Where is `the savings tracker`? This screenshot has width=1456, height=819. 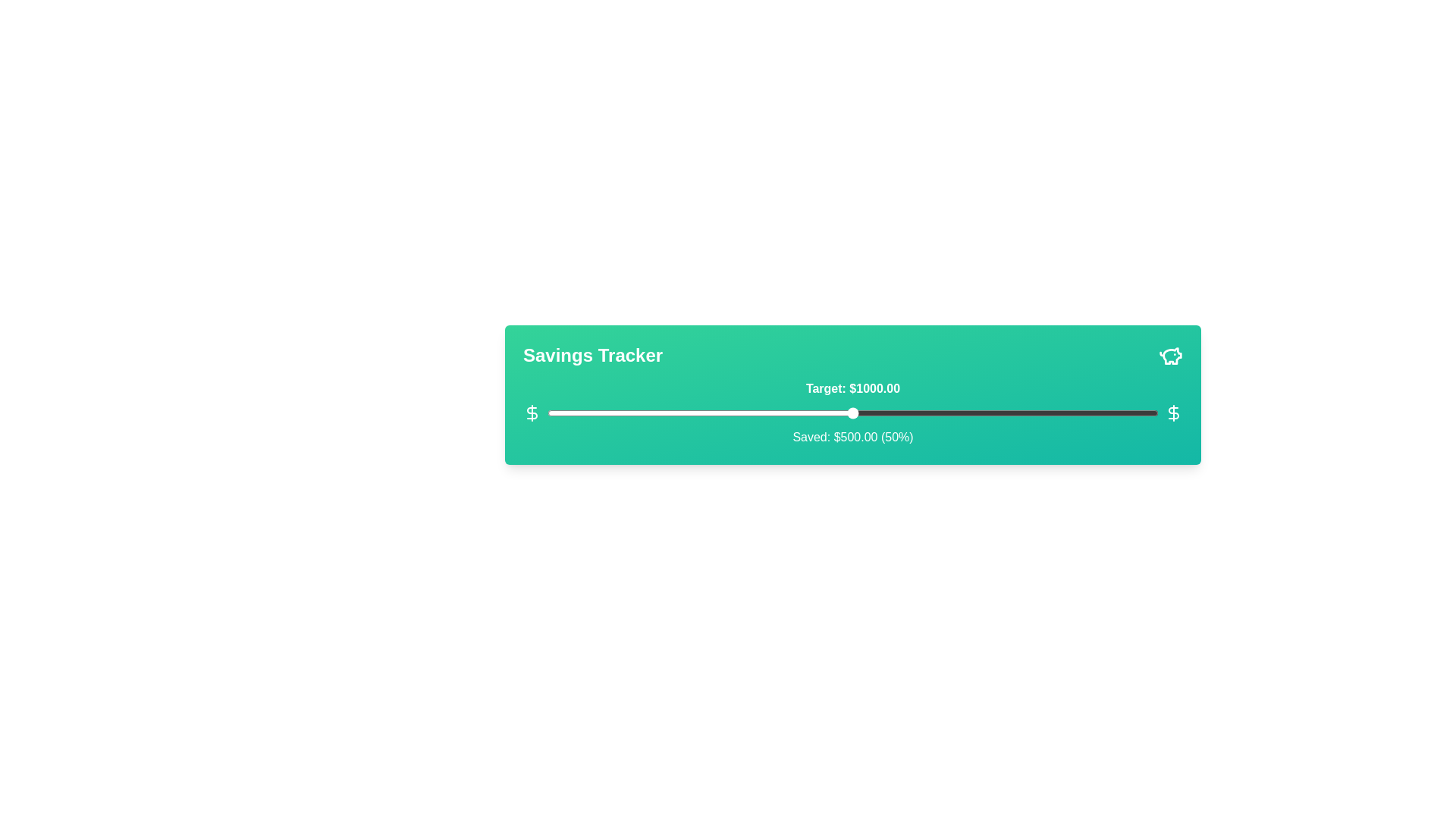 the savings tracker is located at coordinates (791, 413).